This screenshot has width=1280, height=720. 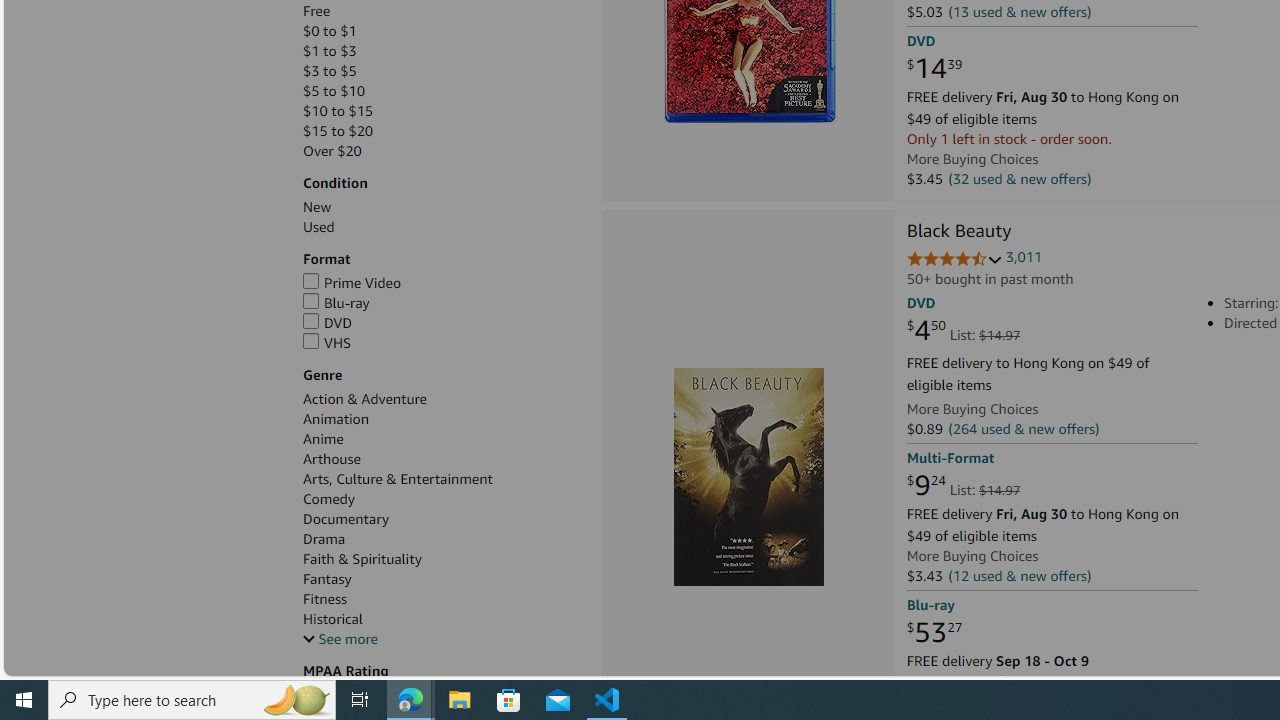 I want to click on '$14.39', so click(x=933, y=68).